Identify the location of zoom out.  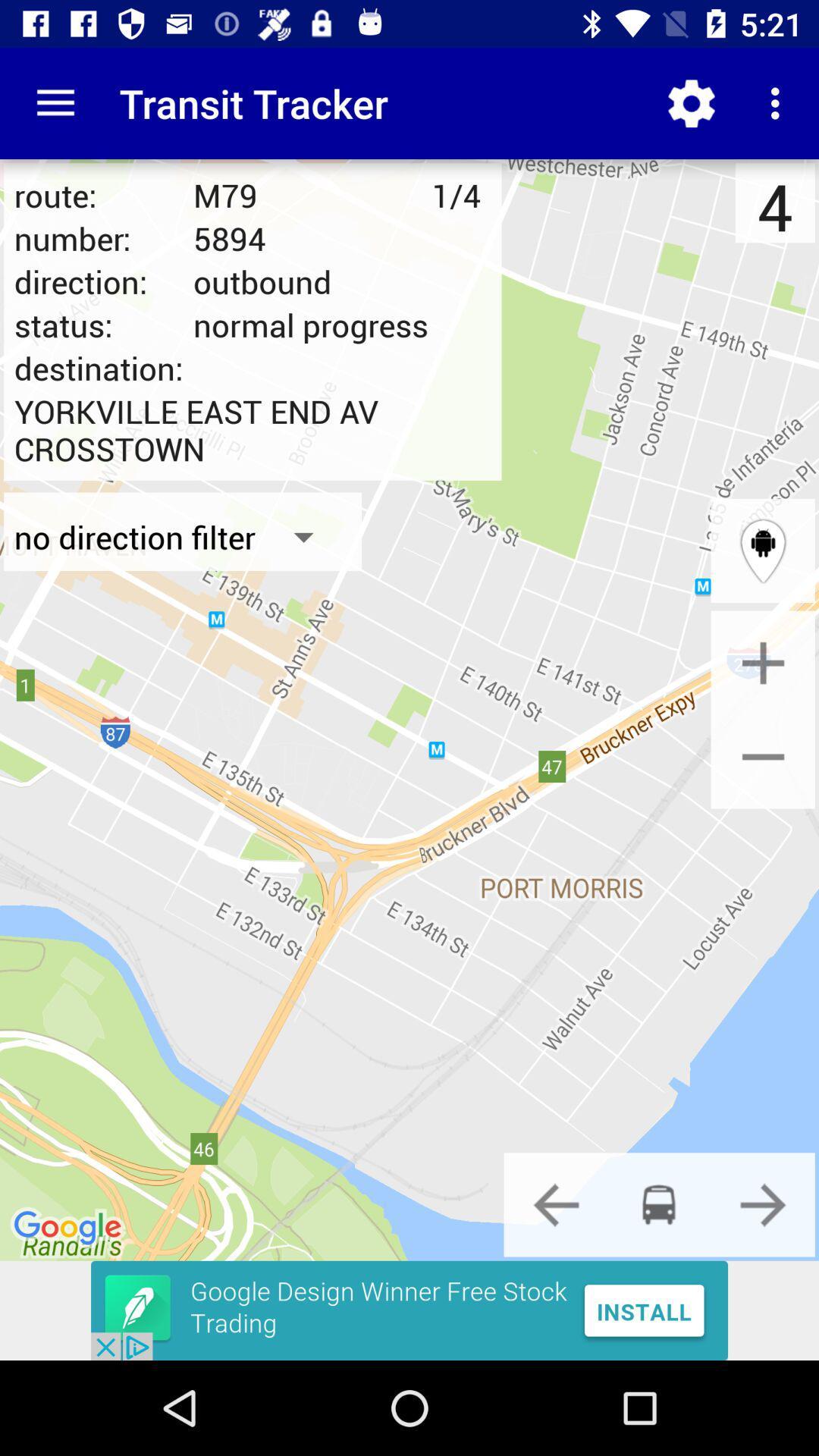
(763, 756).